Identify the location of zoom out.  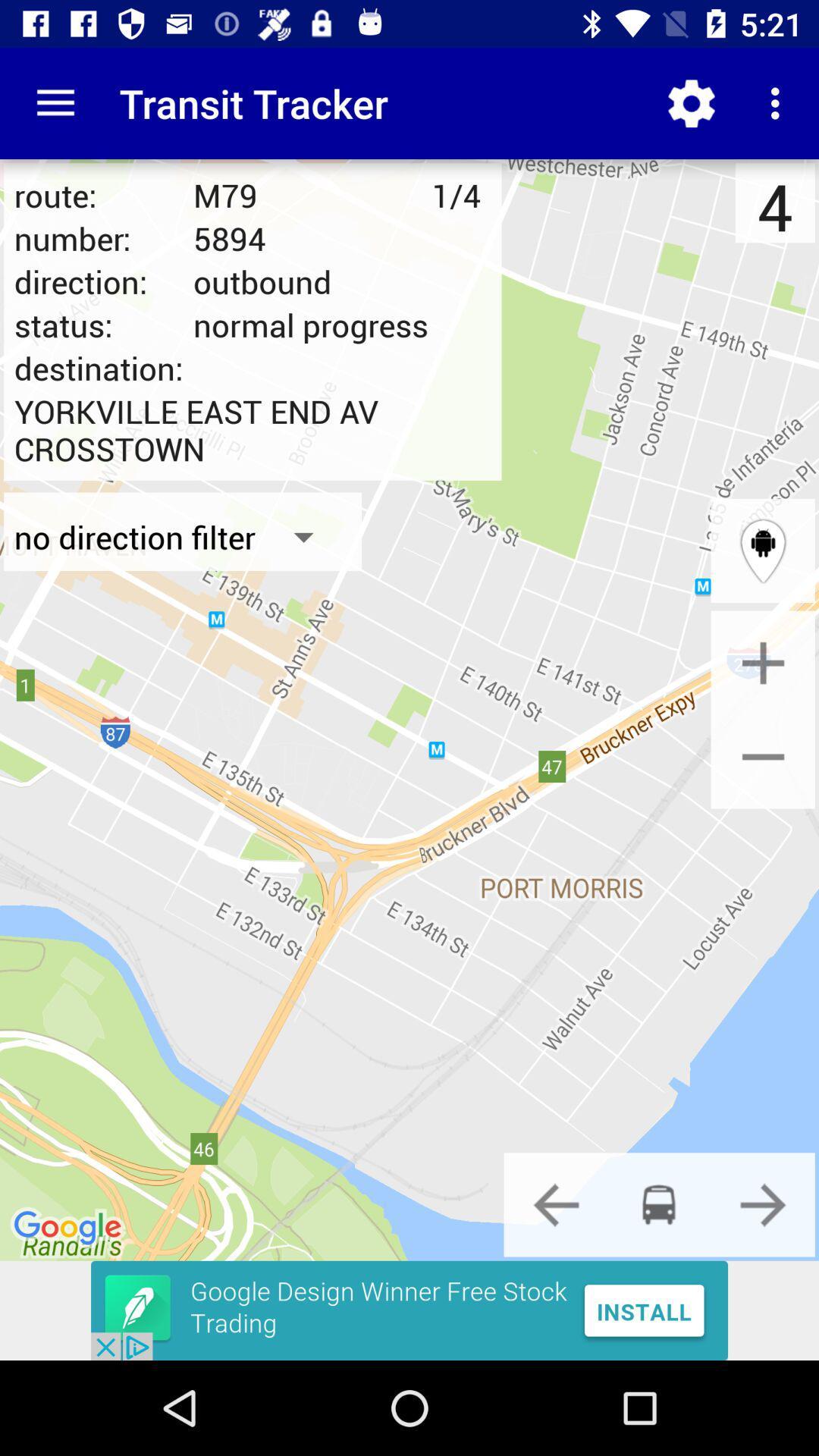
(763, 756).